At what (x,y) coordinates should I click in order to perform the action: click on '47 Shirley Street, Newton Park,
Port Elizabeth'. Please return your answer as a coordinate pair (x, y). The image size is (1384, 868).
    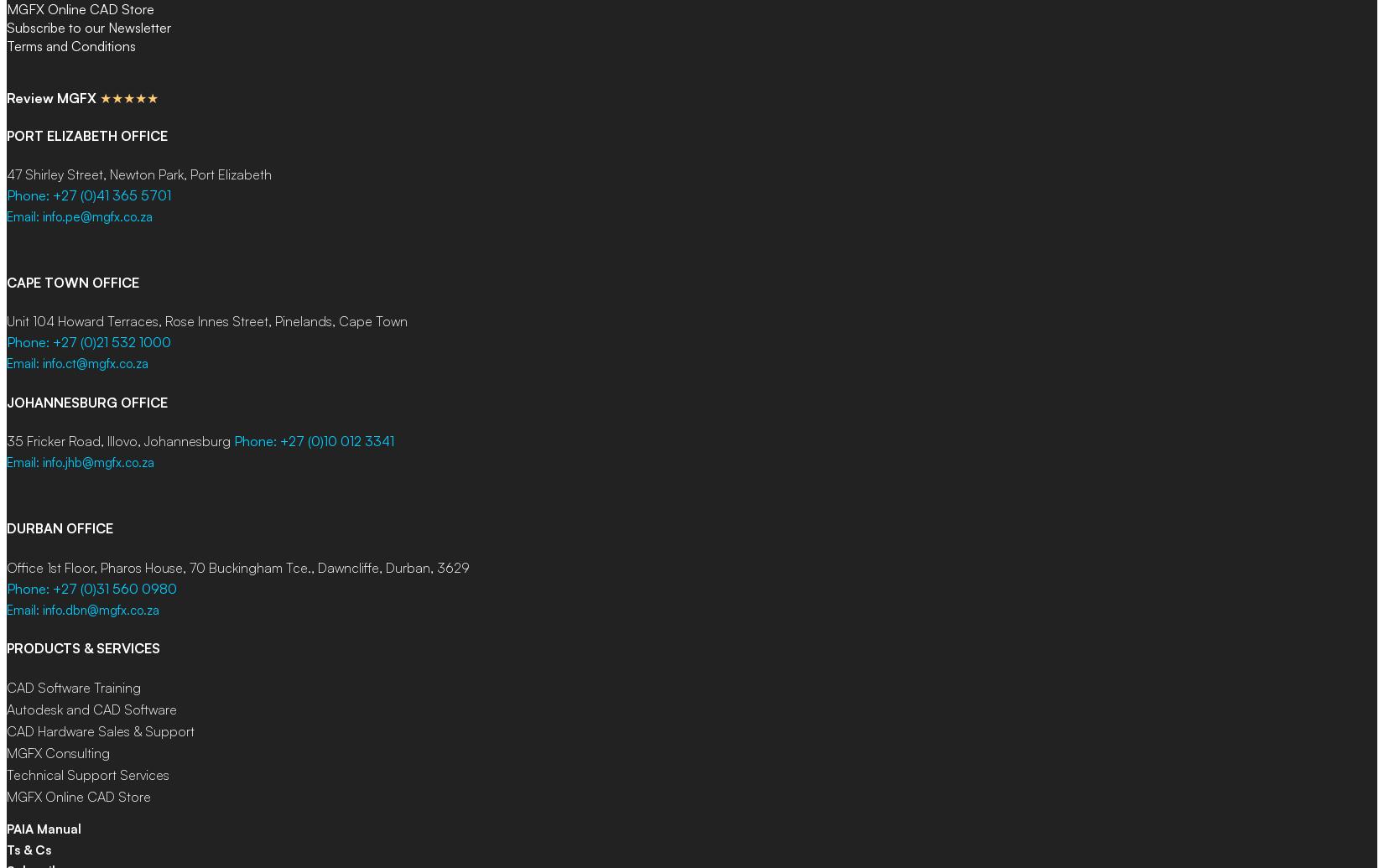
    Looking at the image, I should click on (138, 174).